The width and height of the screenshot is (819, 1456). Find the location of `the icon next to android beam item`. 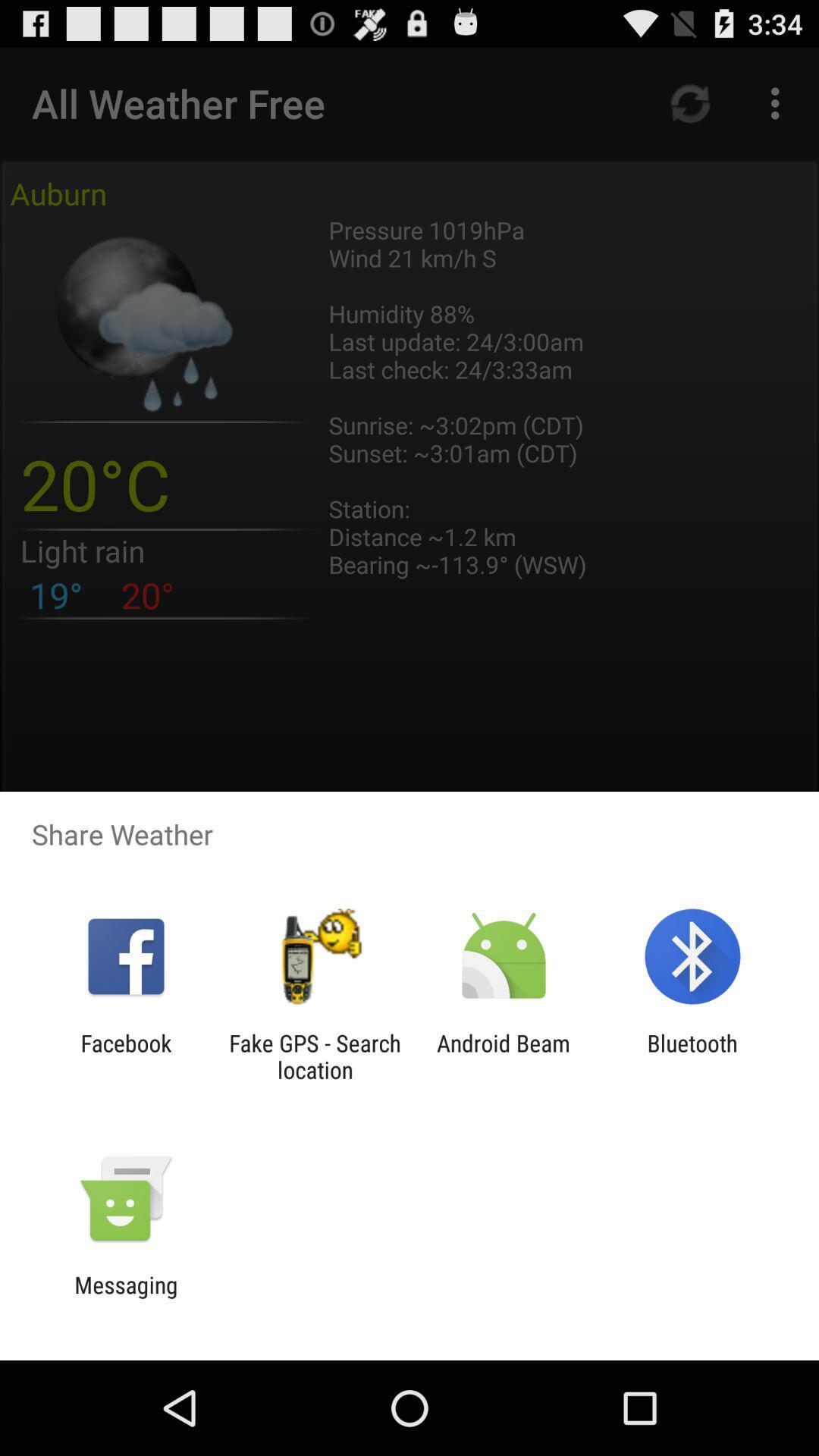

the icon next to android beam item is located at coordinates (692, 1056).